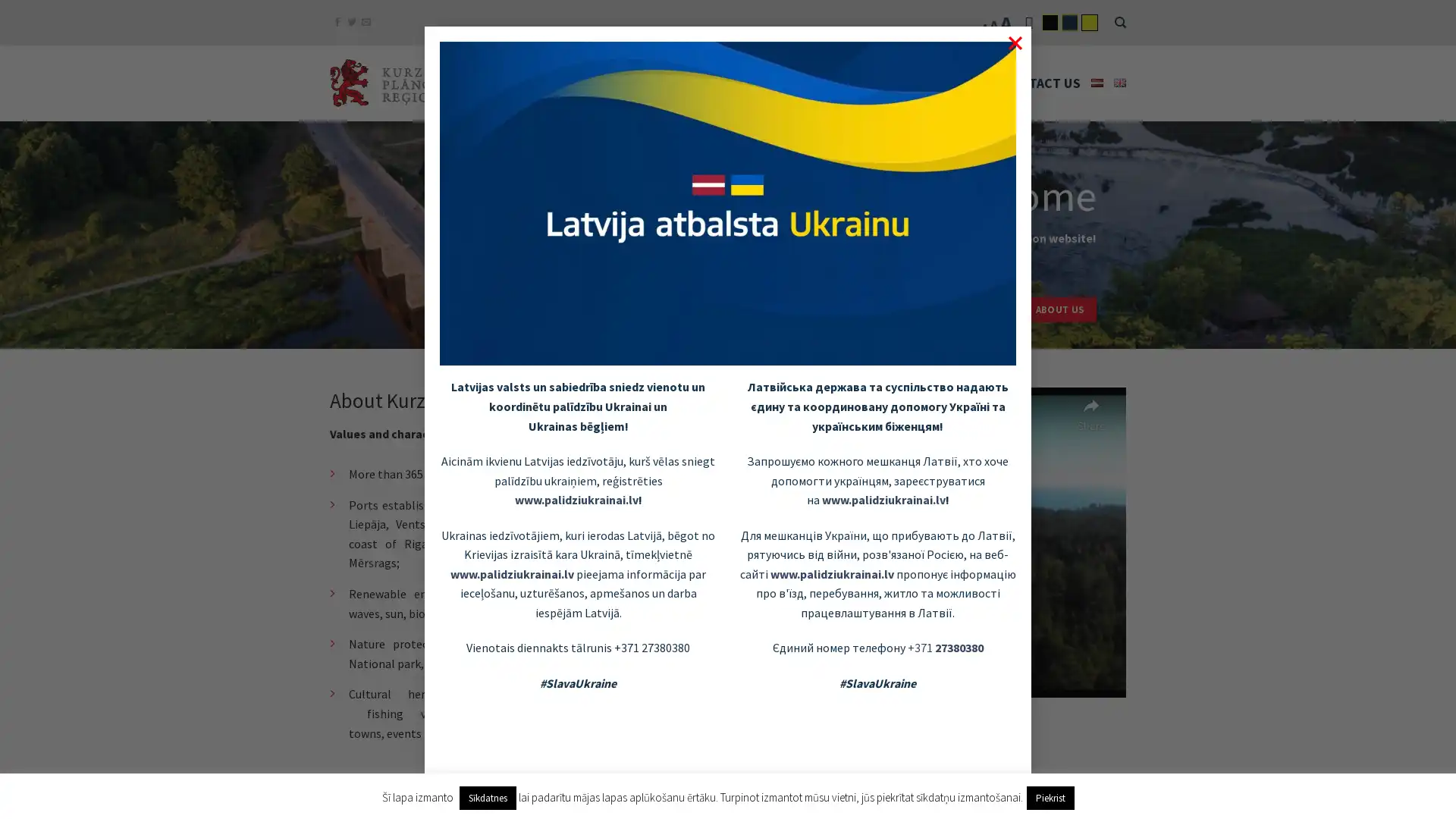 This screenshot has width=1456, height=819. Describe the element at coordinates (1407, 234) in the screenshot. I see `next` at that location.